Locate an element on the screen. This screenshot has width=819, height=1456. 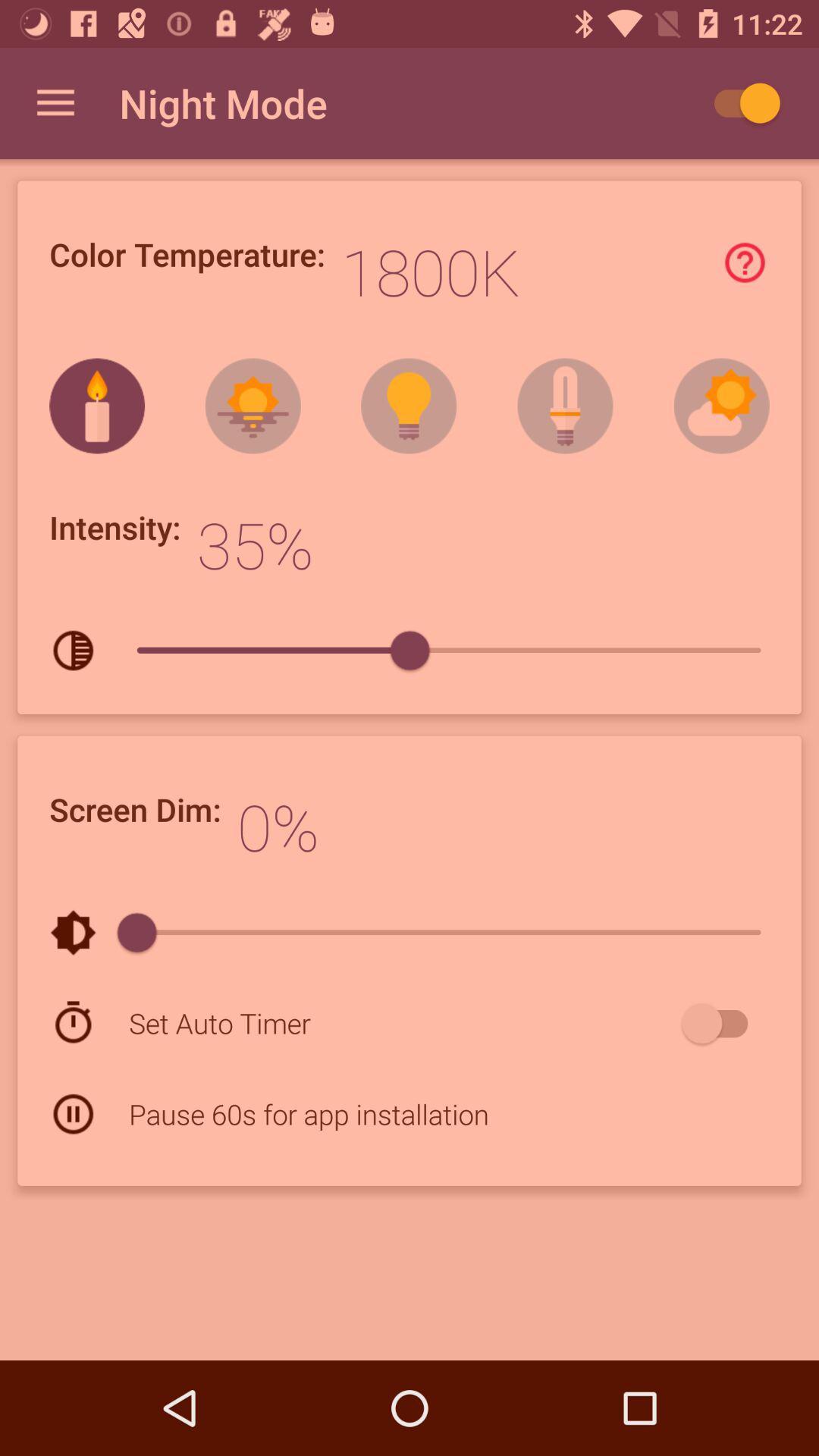
the item at the bottom right corner is located at coordinates (721, 1023).